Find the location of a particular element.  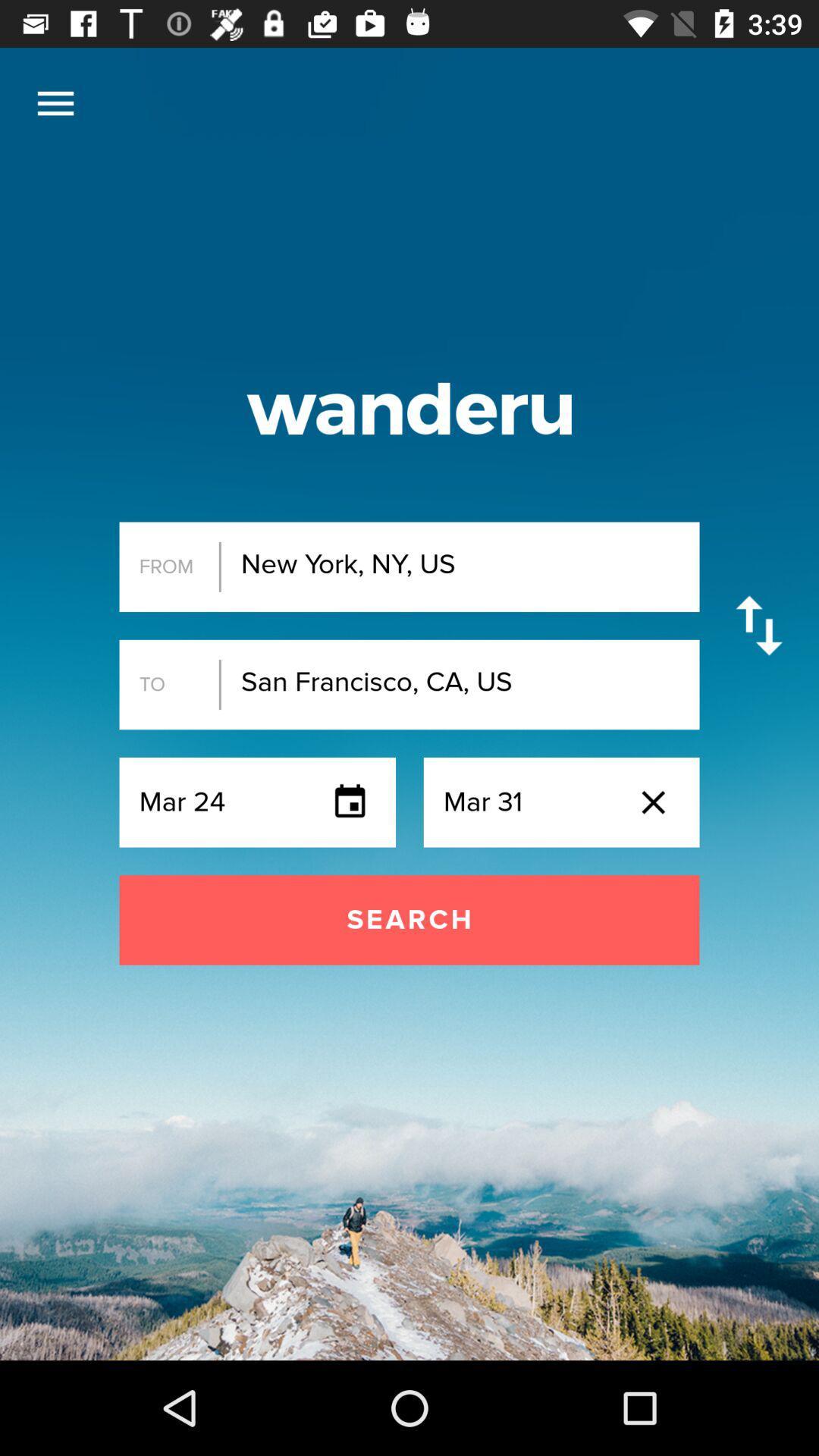

the item above the search item is located at coordinates (55, 102).